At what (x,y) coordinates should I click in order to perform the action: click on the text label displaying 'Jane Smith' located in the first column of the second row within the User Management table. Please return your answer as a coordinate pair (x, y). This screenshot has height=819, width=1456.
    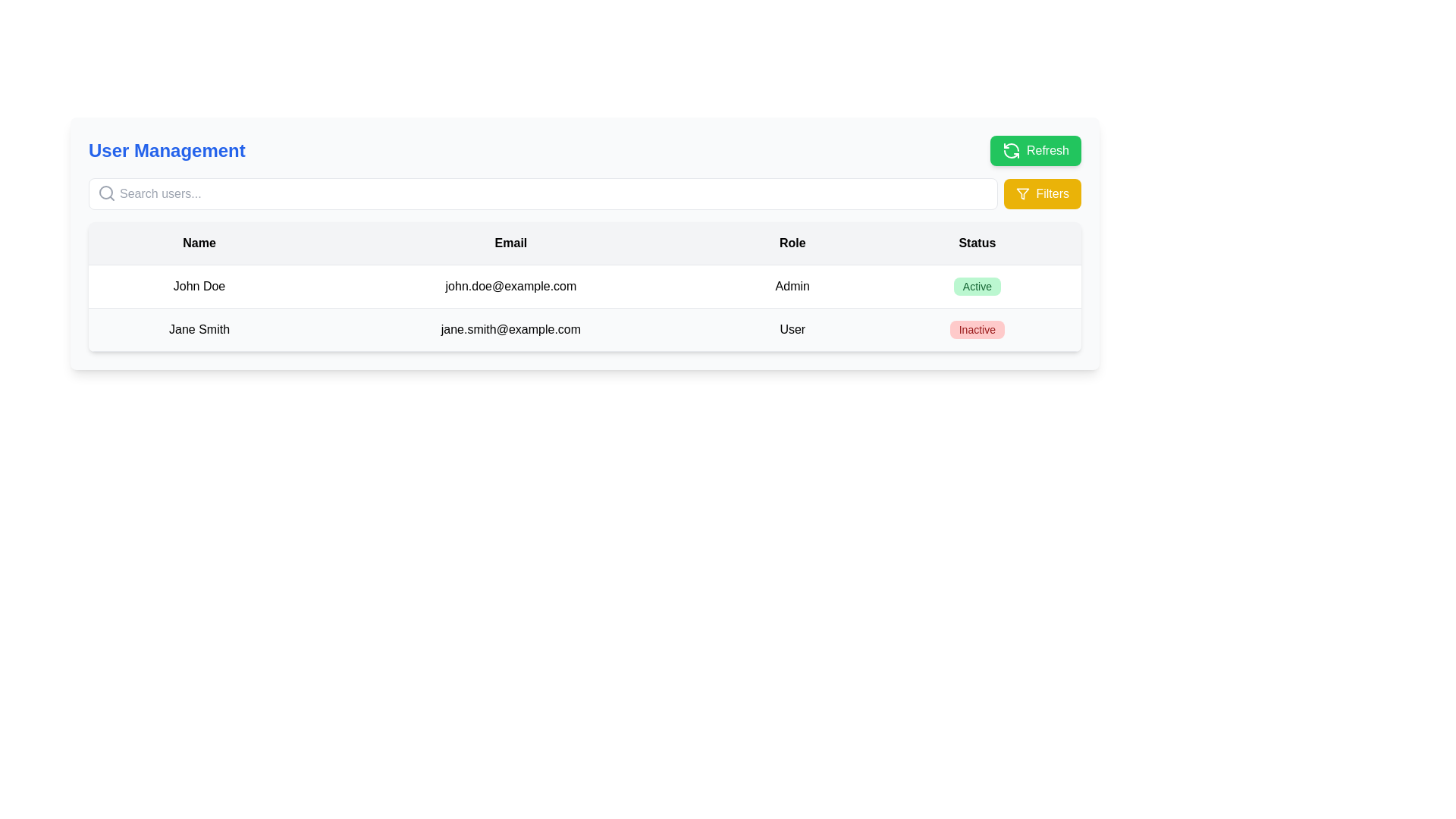
    Looking at the image, I should click on (199, 329).